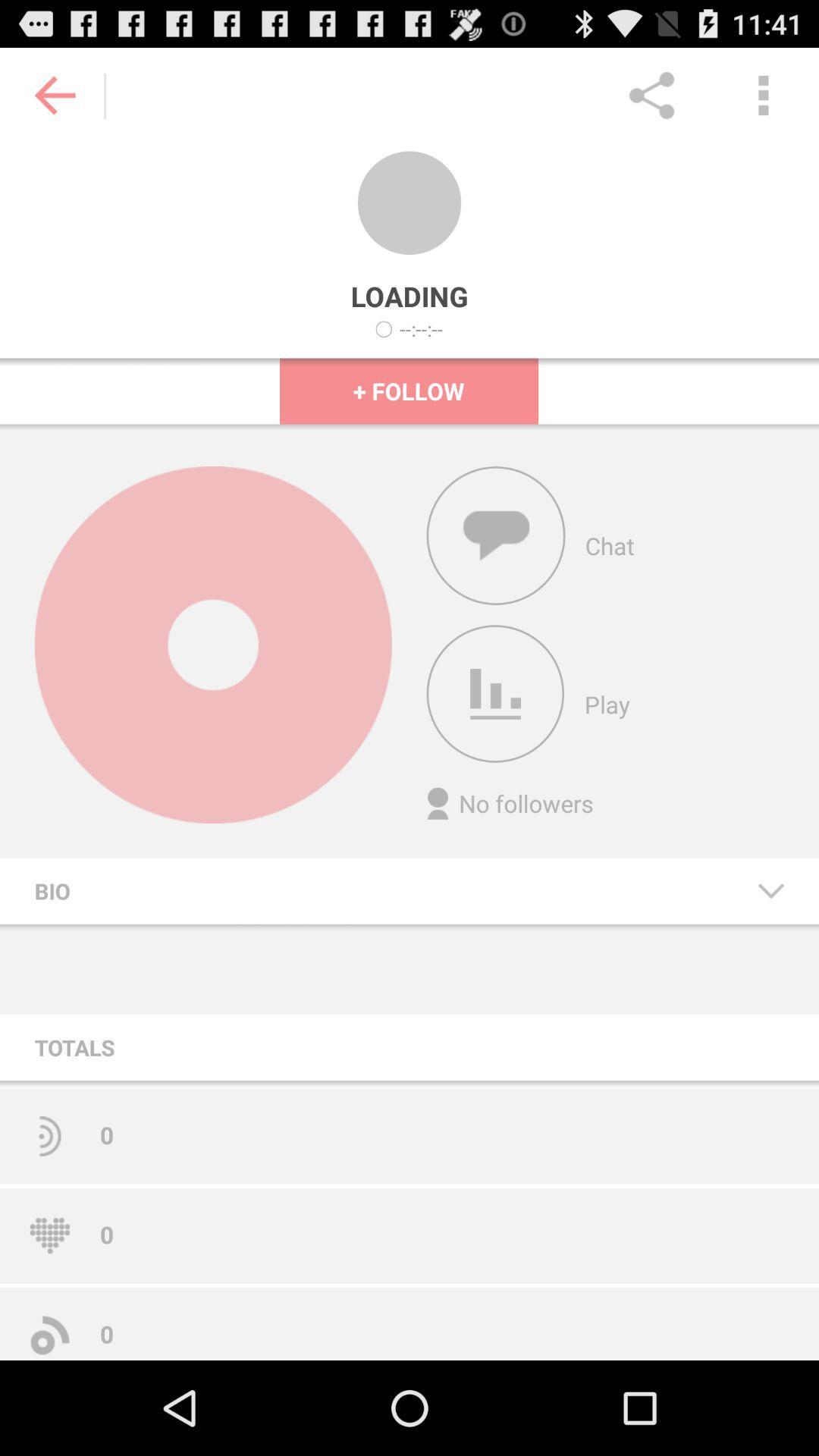 This screenshot has width=819, height=1456. What do you see at coordinates (495, 693) in the screenshot?
I see `icon above the no followers` at bounding box center [495, 693].